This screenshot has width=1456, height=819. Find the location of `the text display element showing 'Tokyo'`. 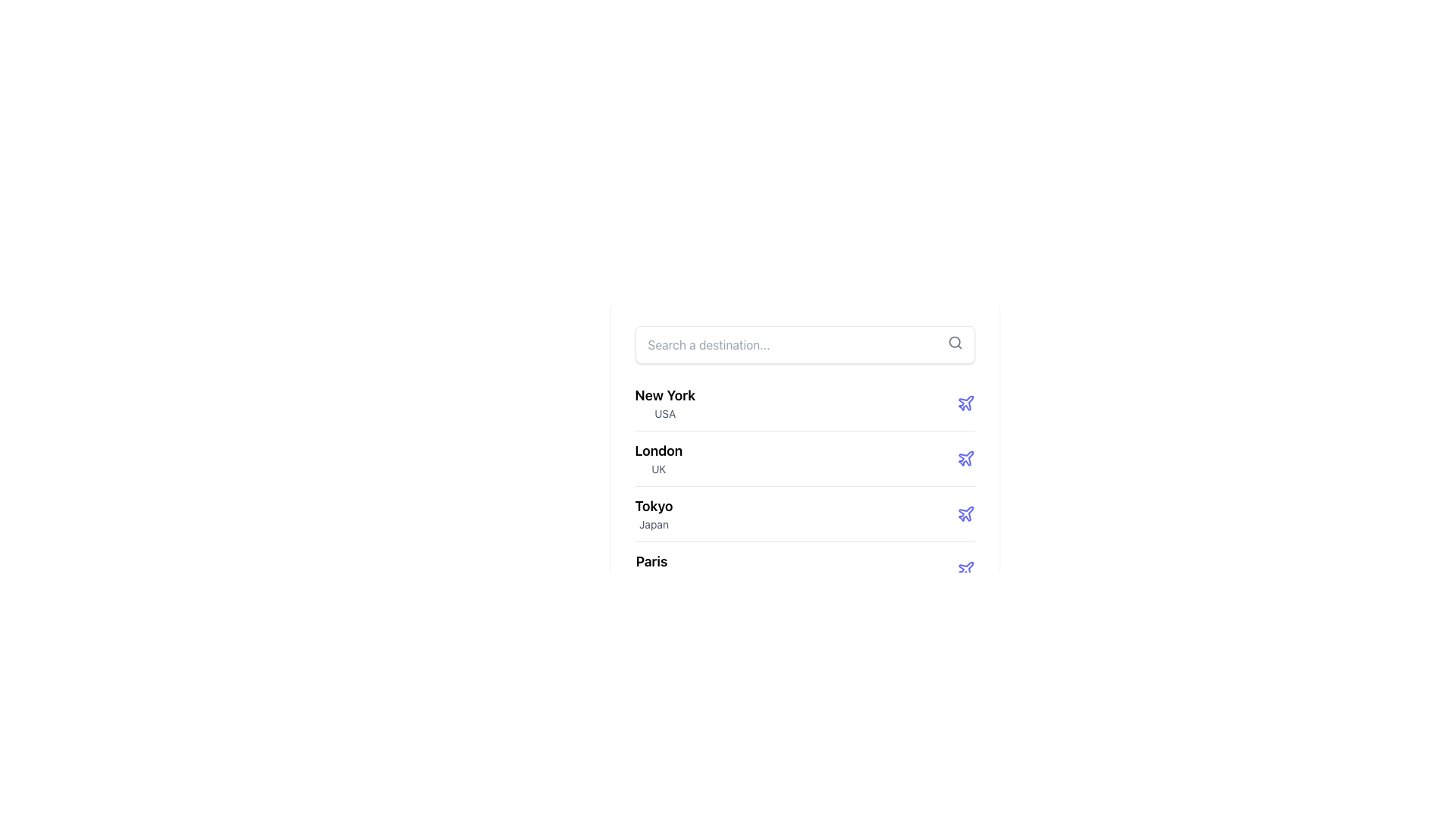

the text display element showing 'Tokyo' is located at coordinates (654, 513).